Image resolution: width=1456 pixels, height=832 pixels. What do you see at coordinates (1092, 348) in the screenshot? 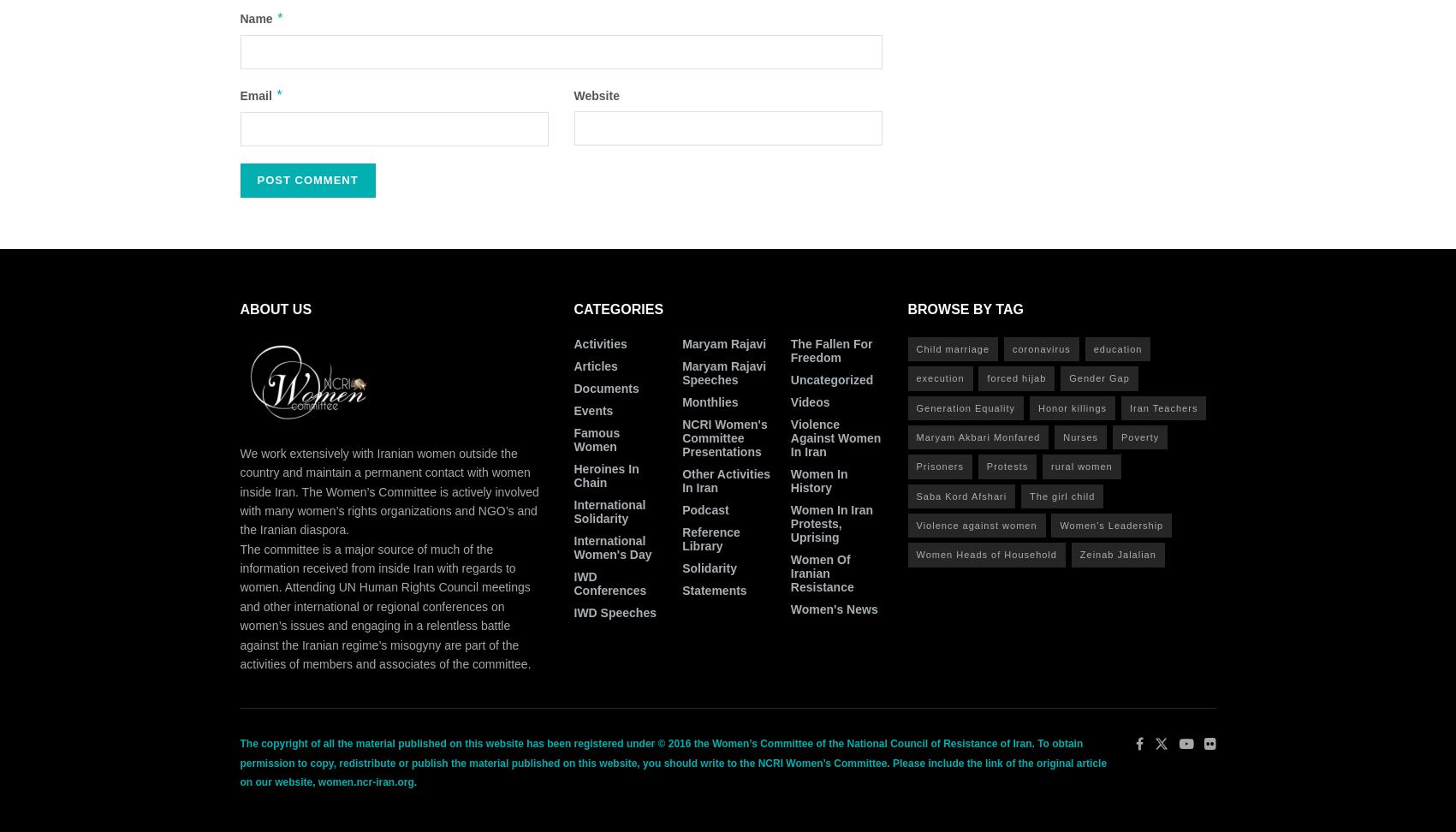
I see `'education'` at bounding box center [1092, 348].